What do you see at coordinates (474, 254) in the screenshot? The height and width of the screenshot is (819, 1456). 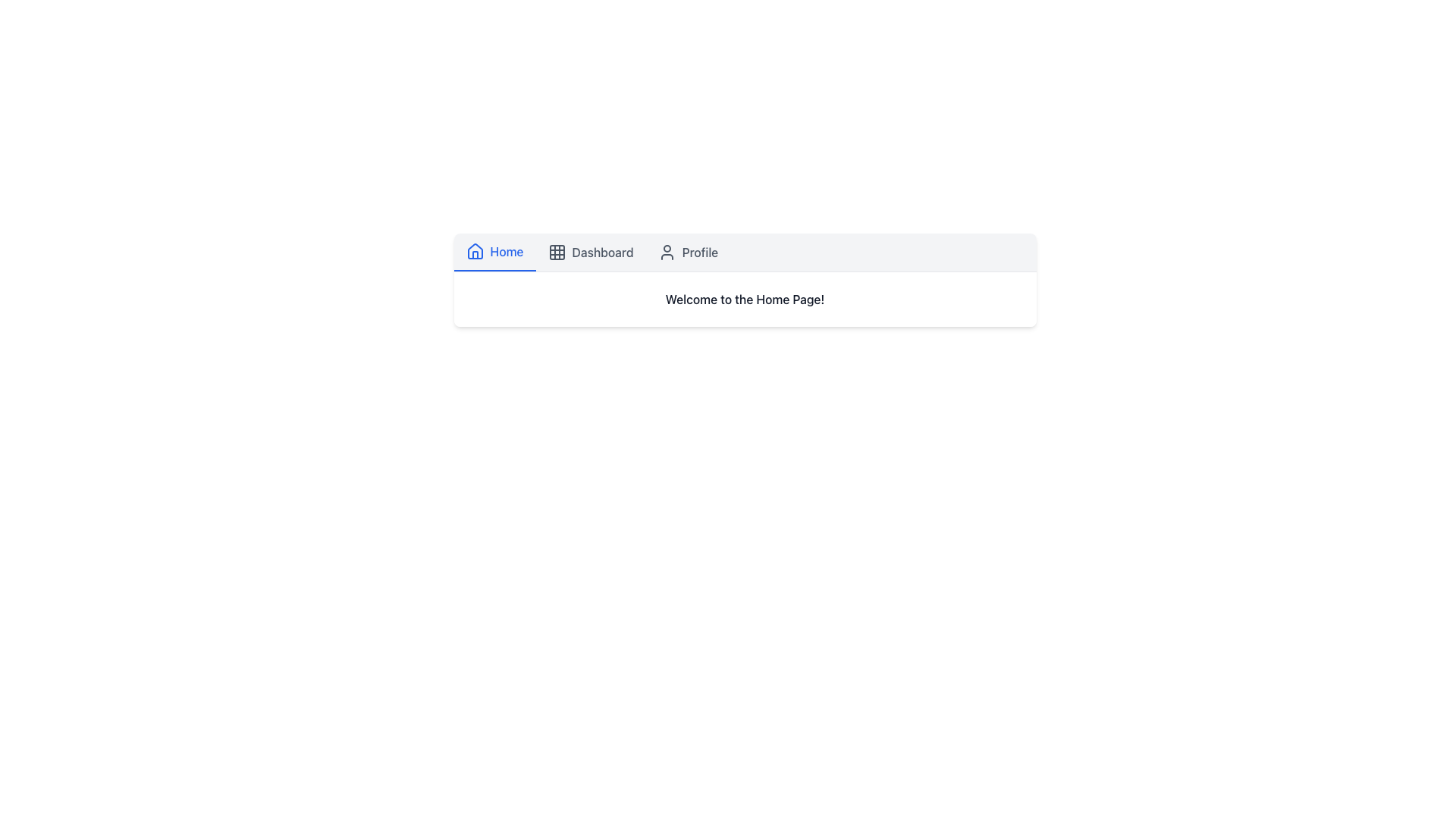 I see `the house icon located in the navigation bar` at bounding box center [474, 254].